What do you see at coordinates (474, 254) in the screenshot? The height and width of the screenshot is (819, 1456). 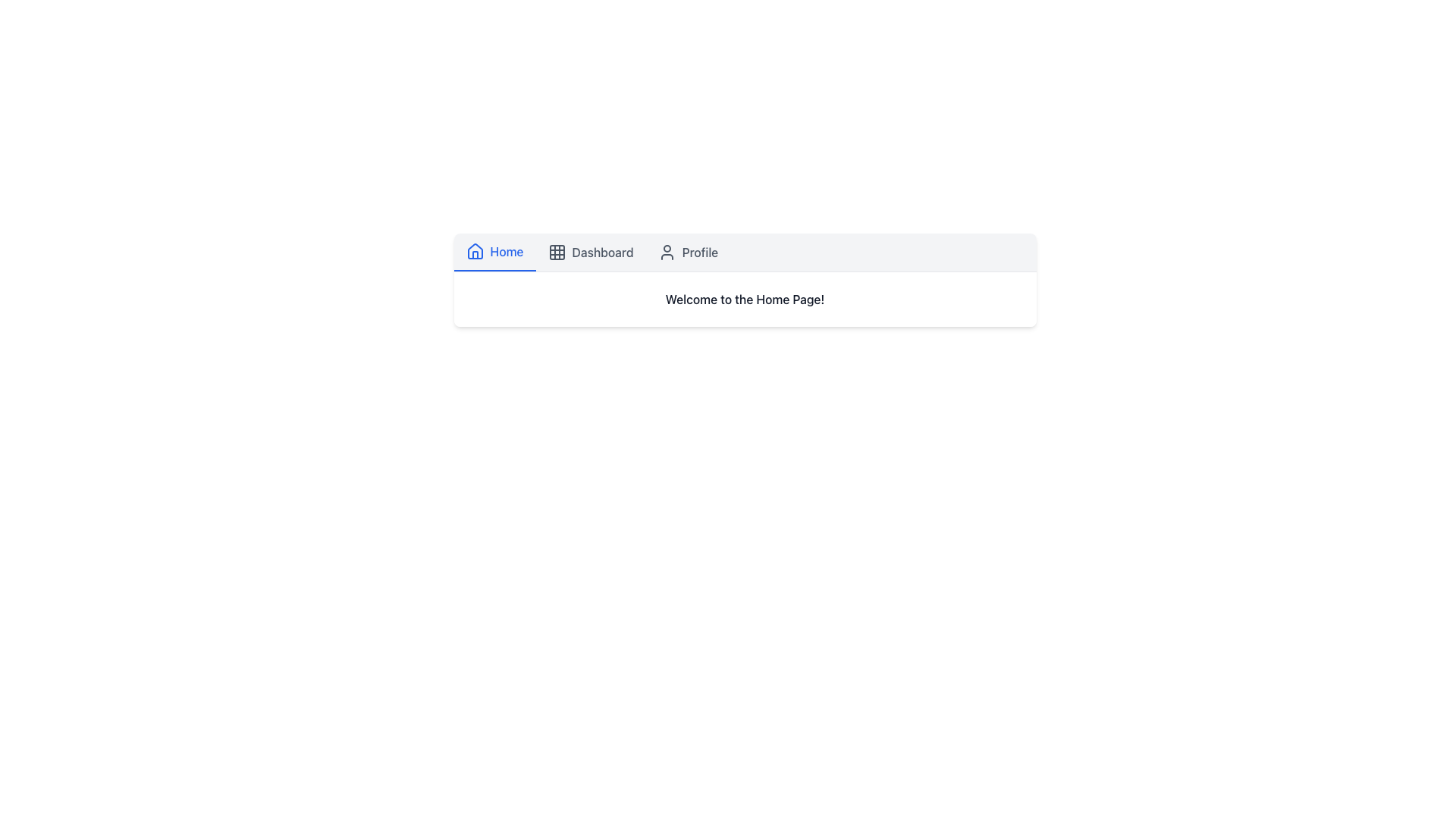 I see `the house icon located in the navigation bar` at bounding box center [474, 254].